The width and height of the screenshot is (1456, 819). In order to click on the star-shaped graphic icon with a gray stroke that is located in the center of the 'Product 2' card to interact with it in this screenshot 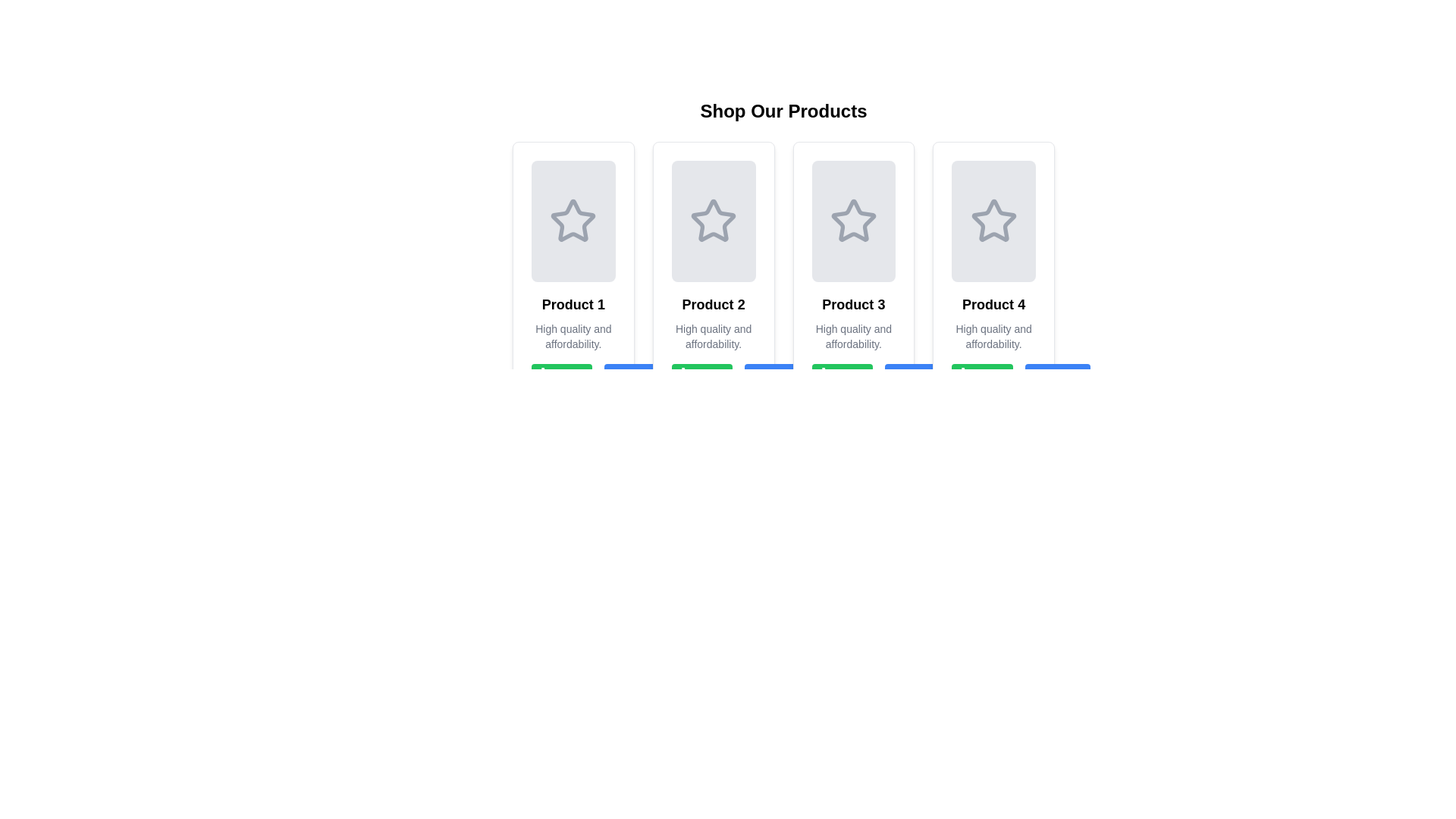, I will do `click(713, 220)`.